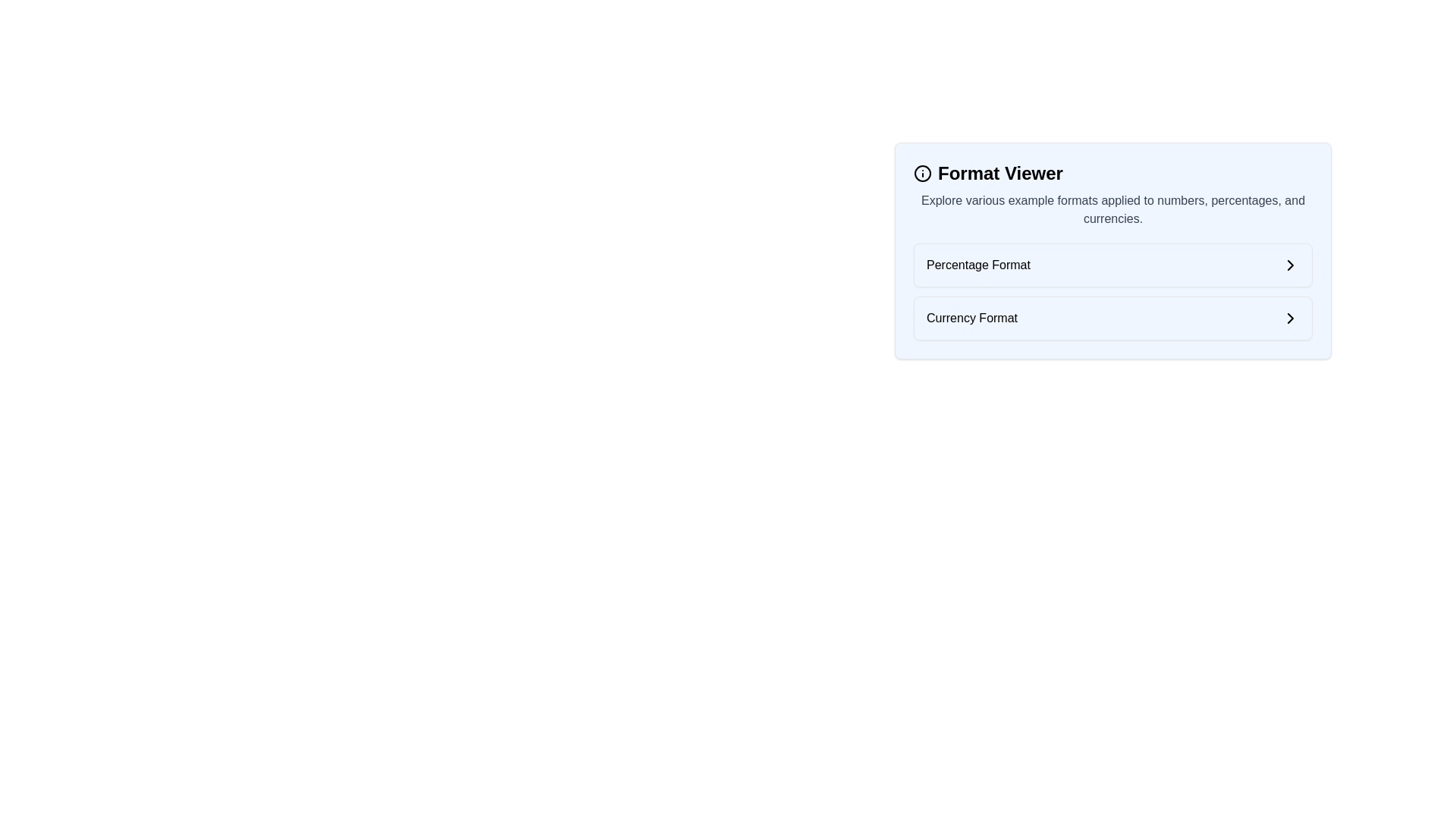  I want to click on the right-pointing chevron icon located in the 'Currency Format' button to visually highlight it, so click(1290, 318).